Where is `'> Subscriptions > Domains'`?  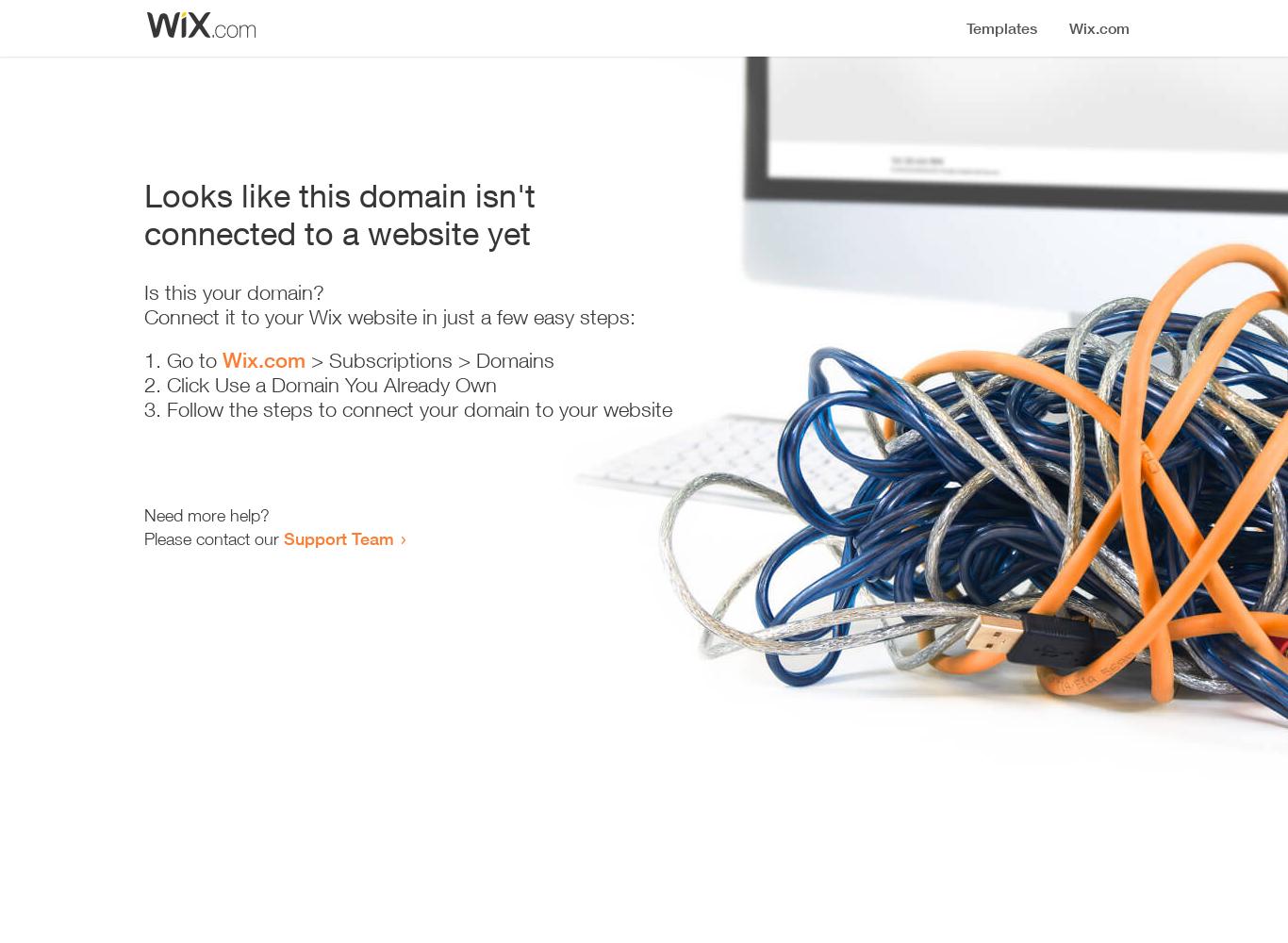
'> Subscriptions > Domains' is located at coordinates (428, 360).